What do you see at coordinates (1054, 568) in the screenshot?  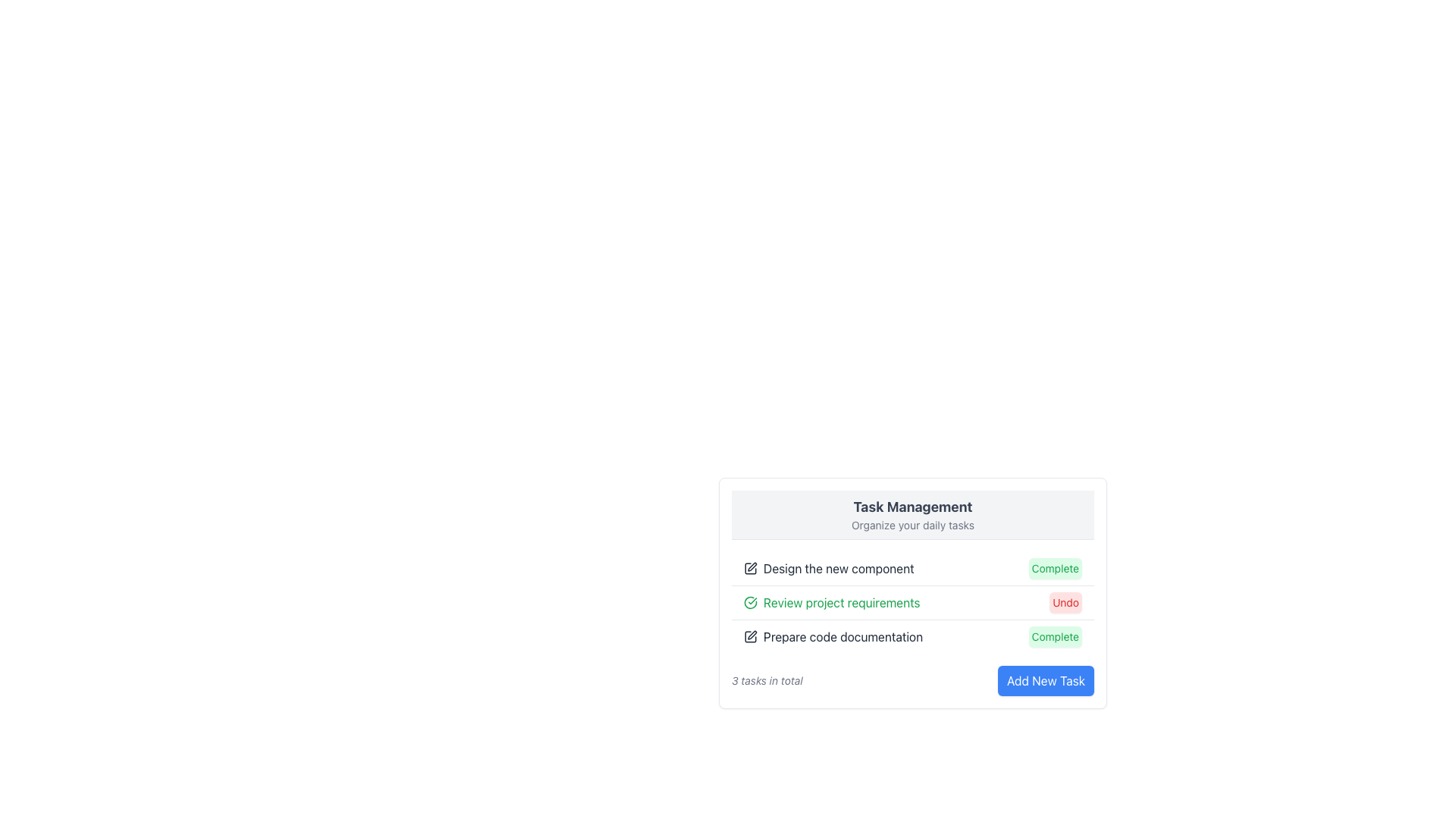 I see `the 'Complete' button located on the far right of the task management section to change the task status` at bounding box center [1054, 568].